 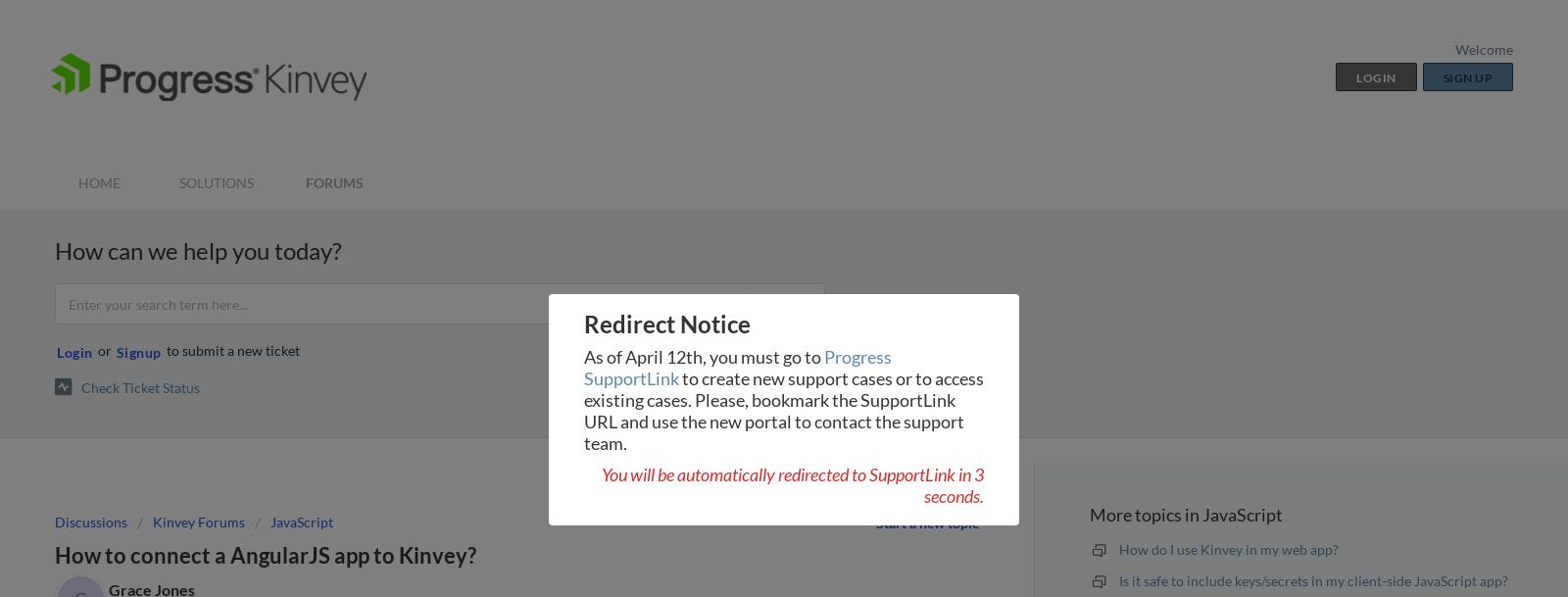 I want to click on 'to submit a new ticket', so click(x=230, y=350).